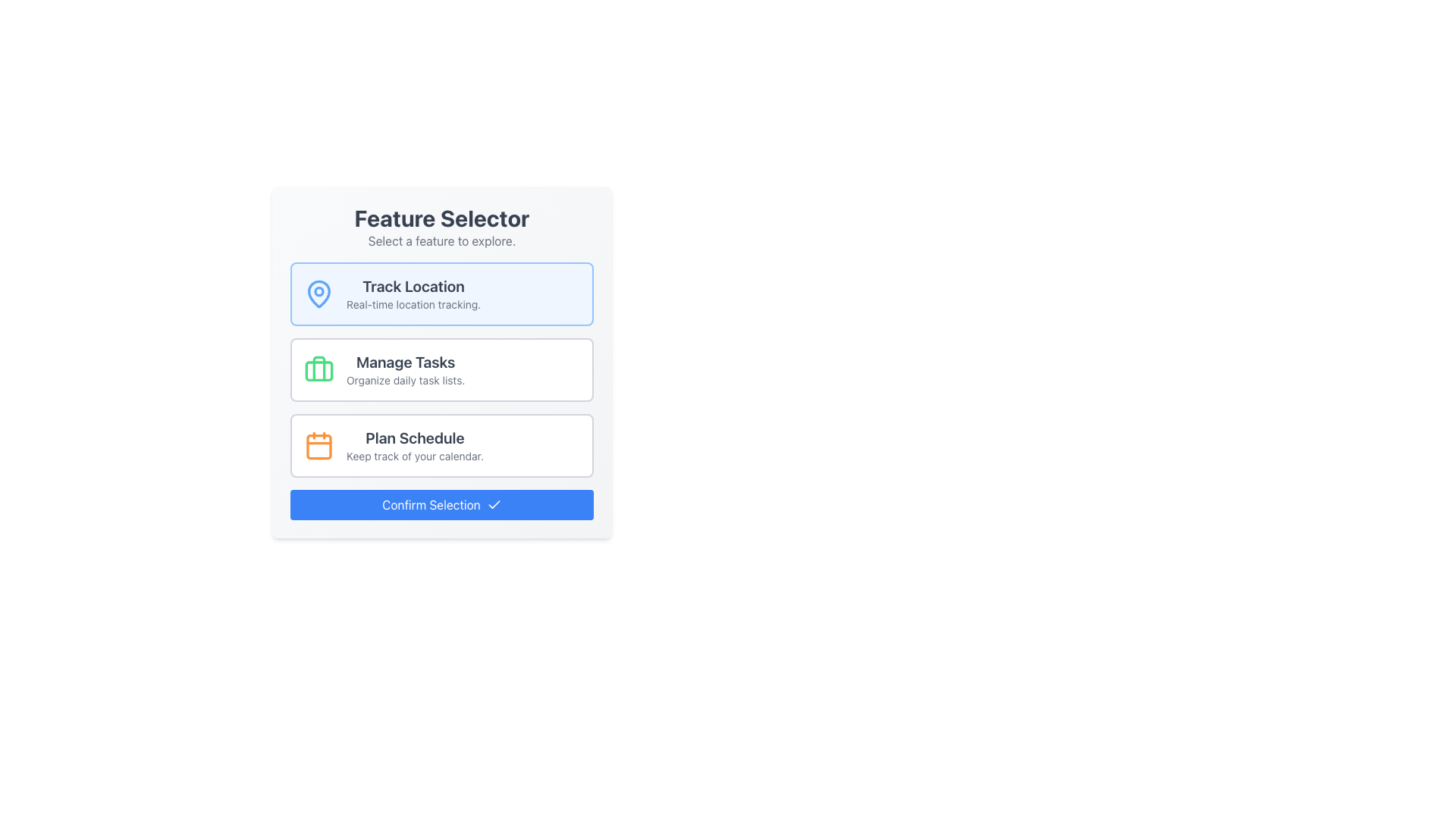 Image resolution: width=1456 pixels, height=819 pixels. Describe the element at coordinates (441, 444) in the screenshot. I see `the 'Plan Schedule' button-like selectable list item, which features an orange calendar icon and is the third item in a vertical list` at that location.